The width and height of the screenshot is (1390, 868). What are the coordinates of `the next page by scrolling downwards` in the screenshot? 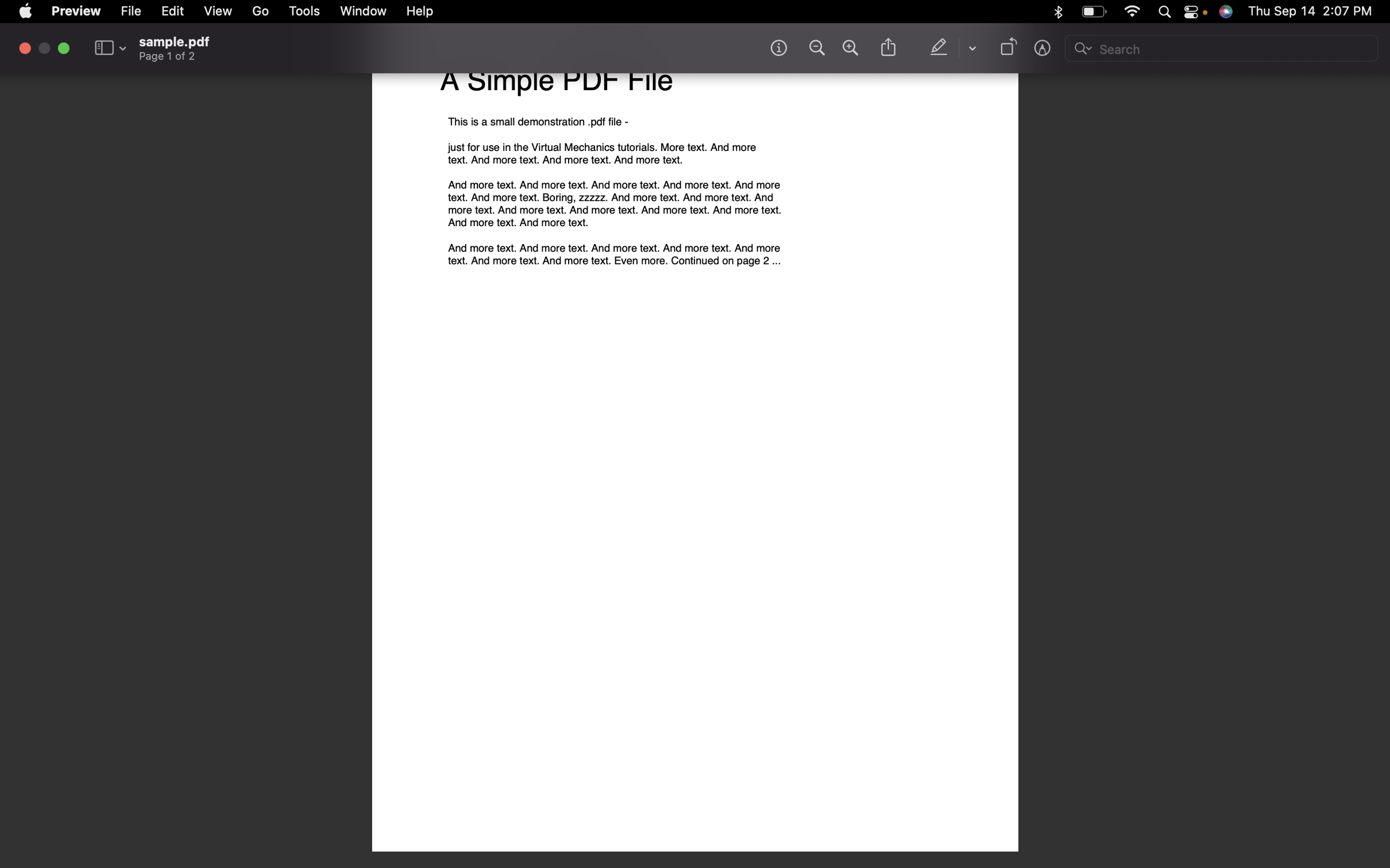 It's located at (2010635, 844998).